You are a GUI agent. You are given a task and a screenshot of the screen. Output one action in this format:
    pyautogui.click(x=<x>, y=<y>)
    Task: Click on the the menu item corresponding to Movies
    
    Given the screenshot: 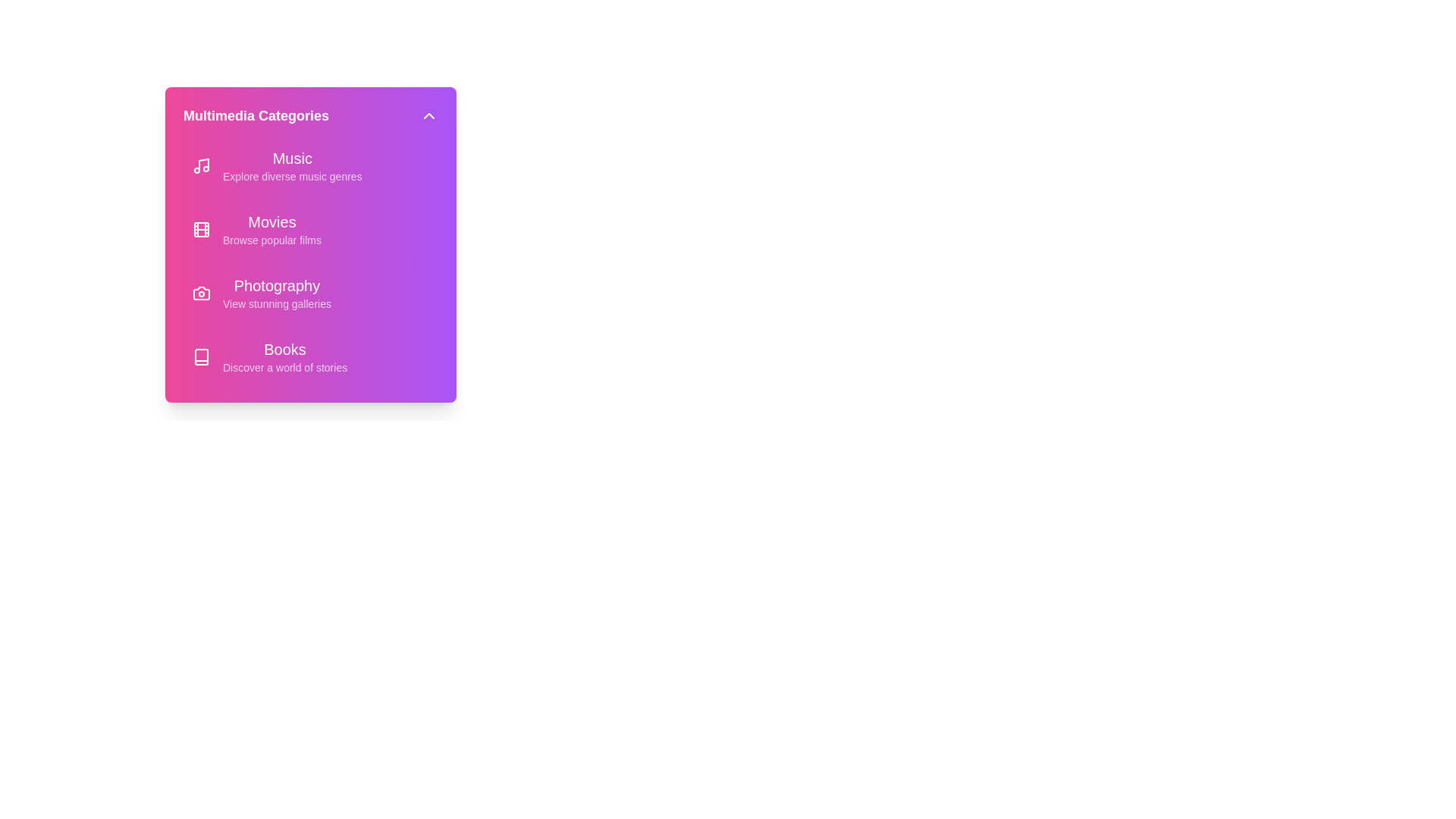 What is the action you would take?
    pyautogui.click(x=309, y=230)
    